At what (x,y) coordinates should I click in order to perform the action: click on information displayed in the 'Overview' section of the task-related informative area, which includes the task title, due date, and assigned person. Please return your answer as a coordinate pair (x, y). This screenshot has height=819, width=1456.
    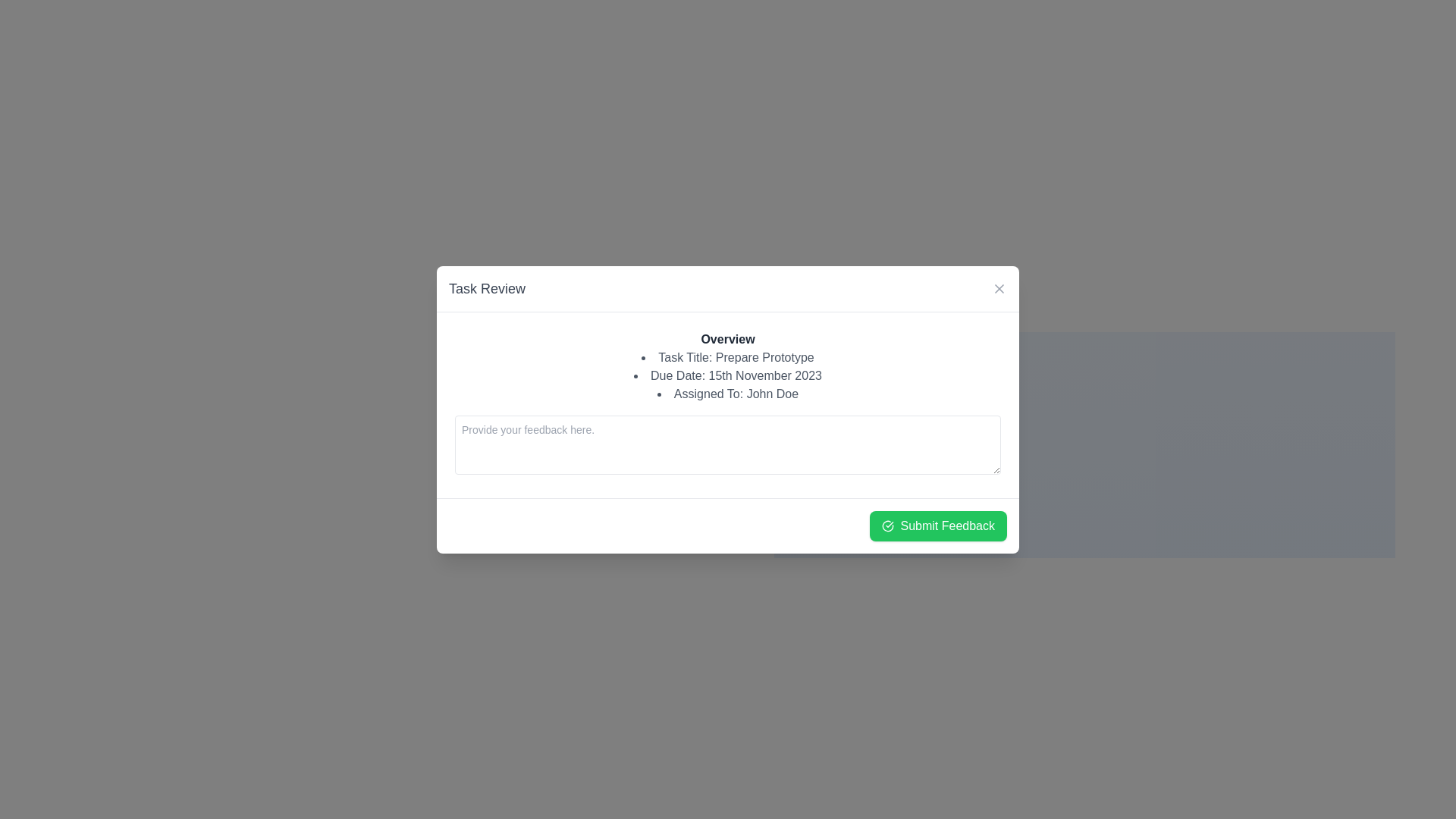
    Looking at the image, I should click on (728, 403).